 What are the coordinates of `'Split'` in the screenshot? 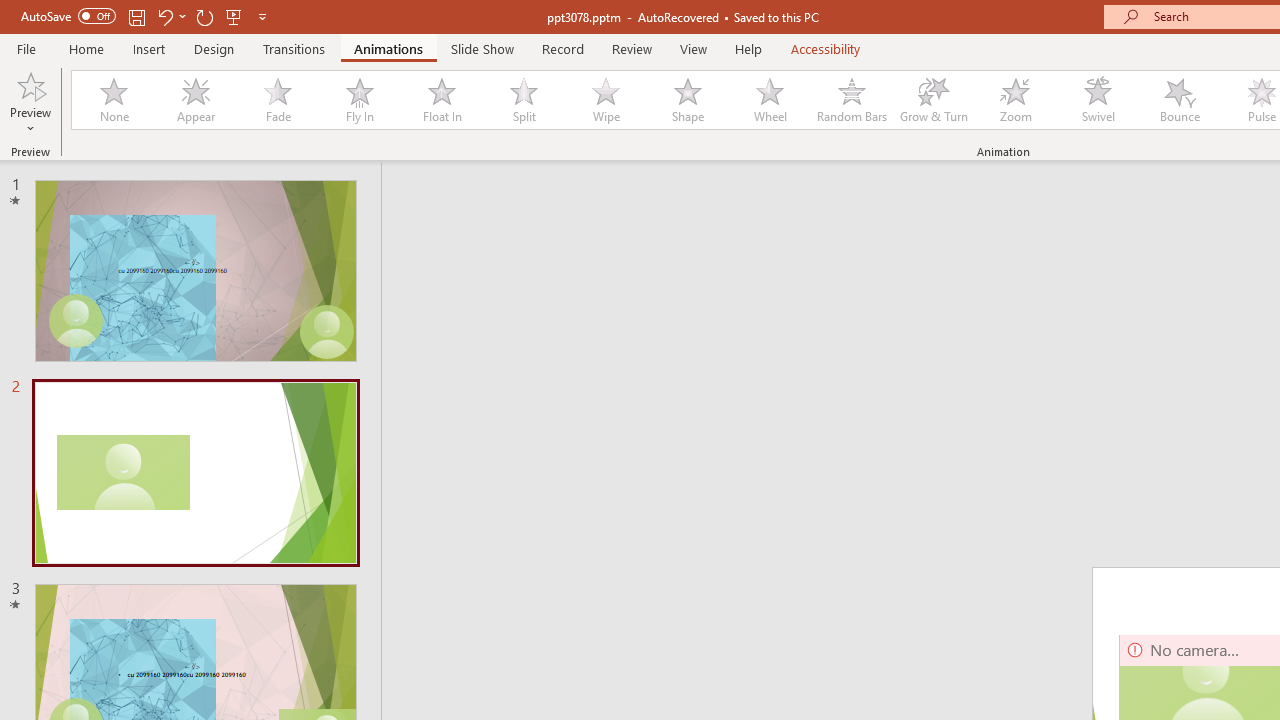 It's located at (523, 100).